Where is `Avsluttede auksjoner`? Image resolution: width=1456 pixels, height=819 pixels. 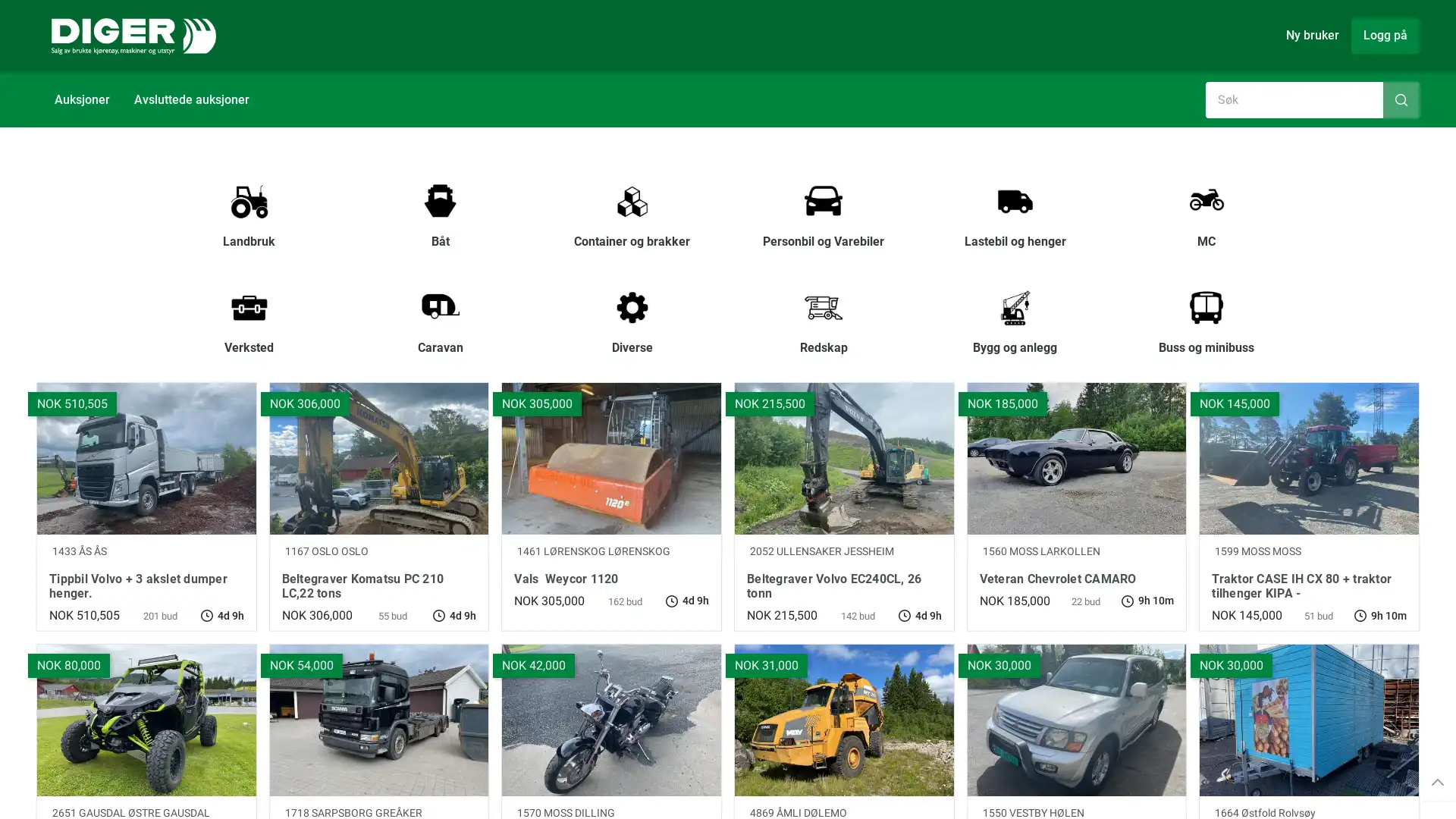 Avsluttede auksjoner is located at coordinates (191, 99).